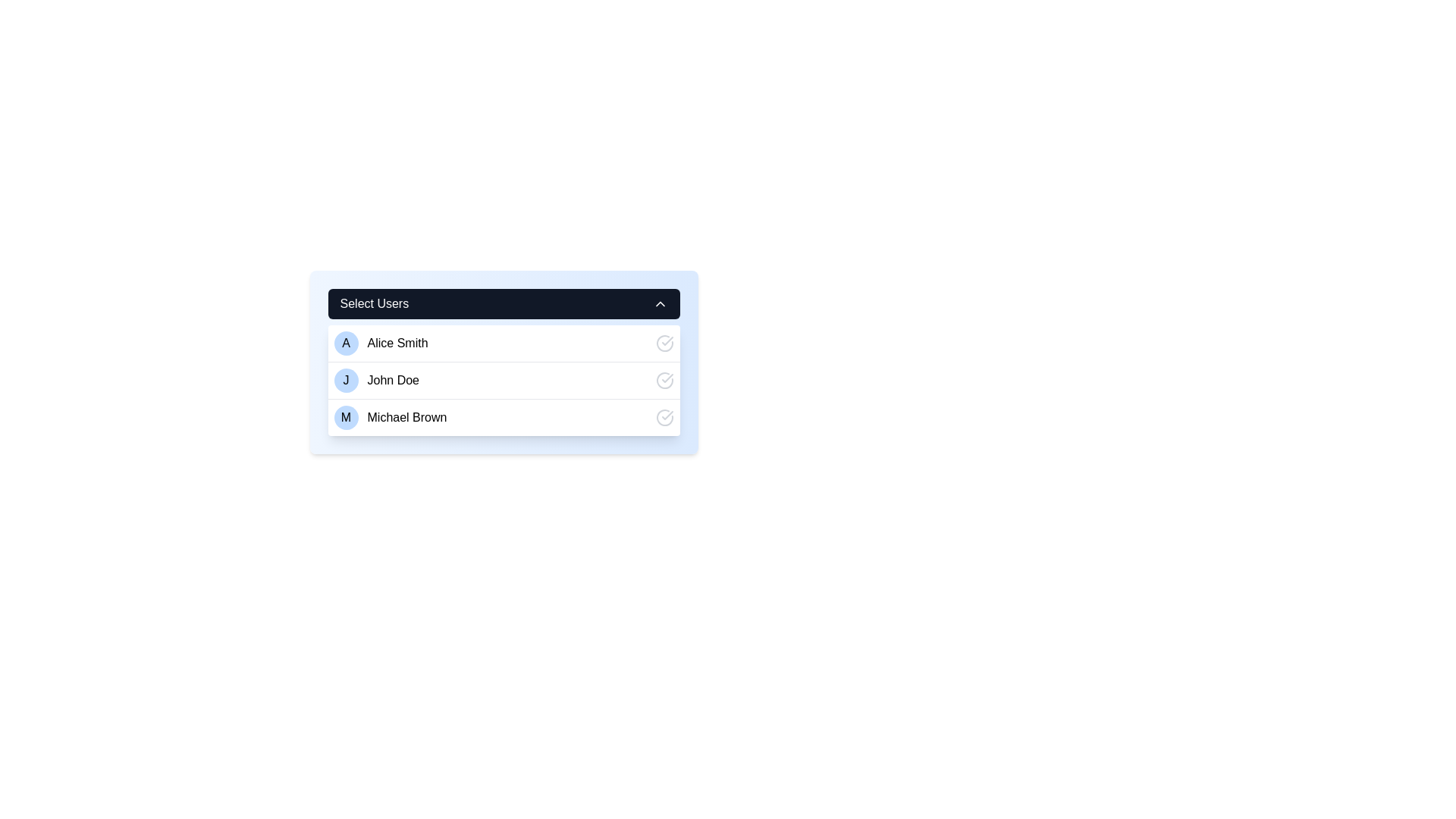 Image resolution: width=1456 pixels, height=819 pixels. Describe the element at coordinates (504, 372) in the screenshot. I see `the list item containing user information for 'John Doe'` at that location.